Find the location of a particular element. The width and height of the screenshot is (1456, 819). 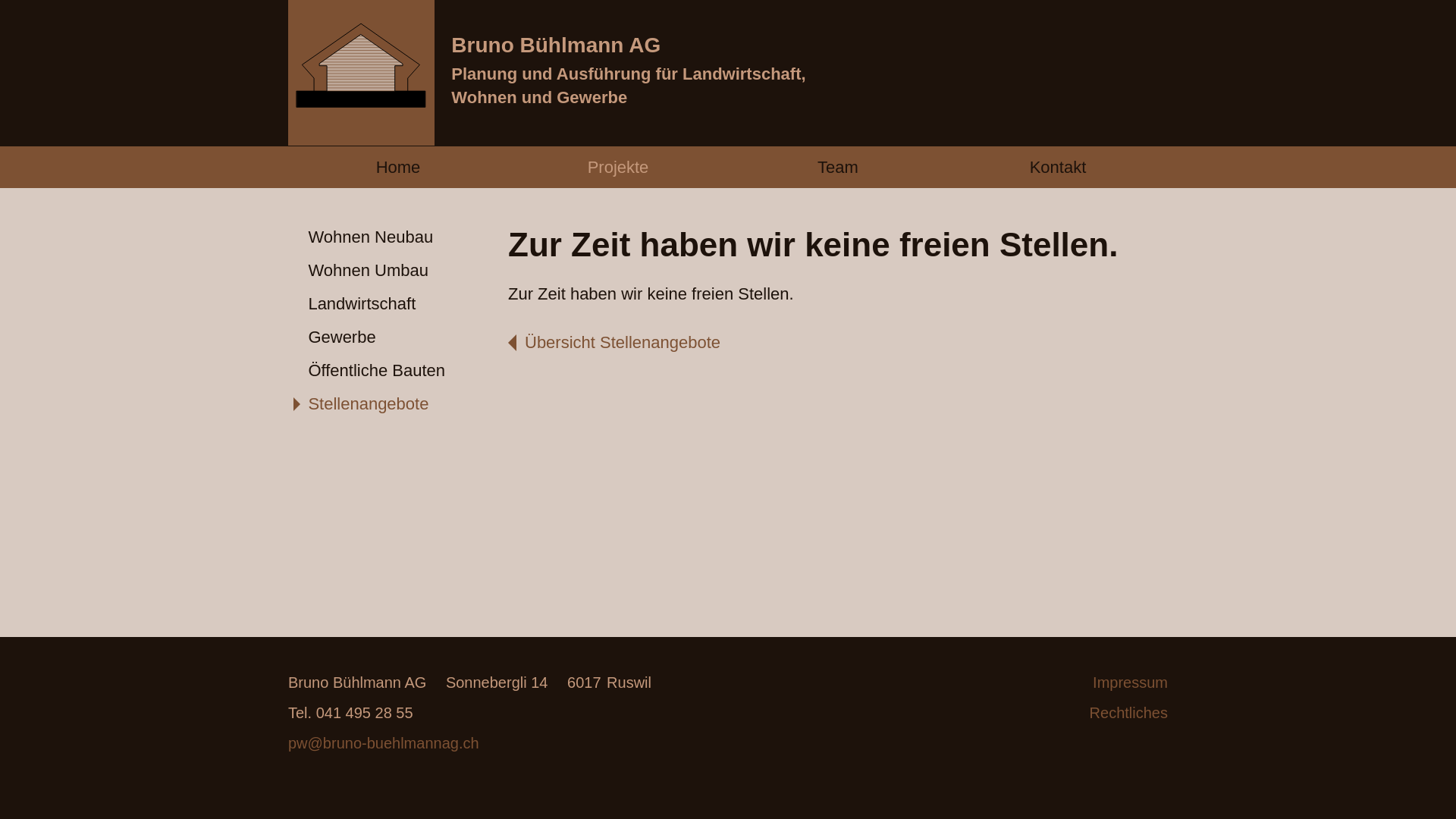

'Team' is located at coordinates (836, 167).